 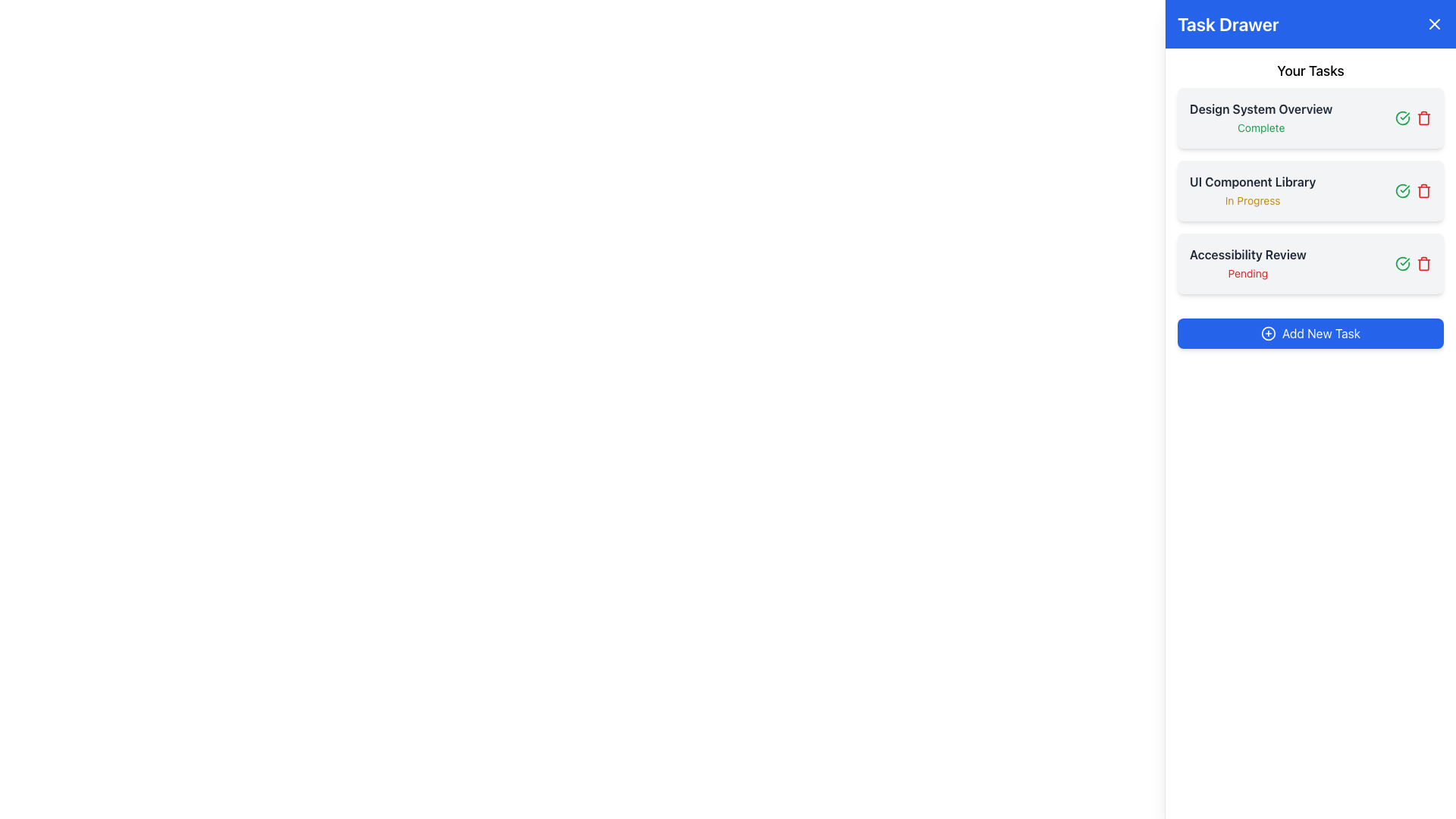 I want to click on the 'UI Component Library' task item card in the 'Your Tasks' section, so click(x=1310, y=190).